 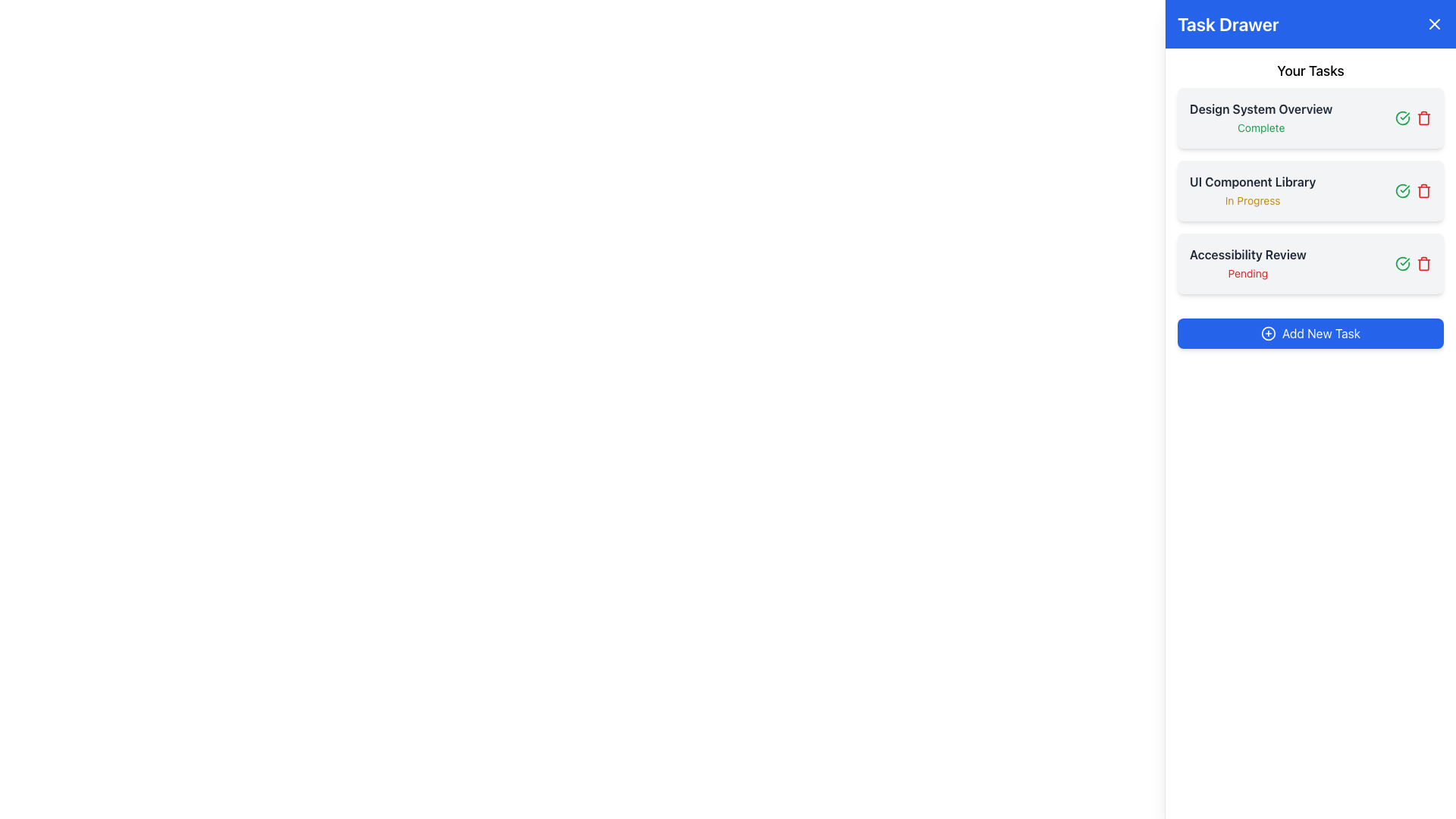 I want to click on the 'UI Component Library' task item card in the 'Your Tasks' section, so click(x=1310, y=190).